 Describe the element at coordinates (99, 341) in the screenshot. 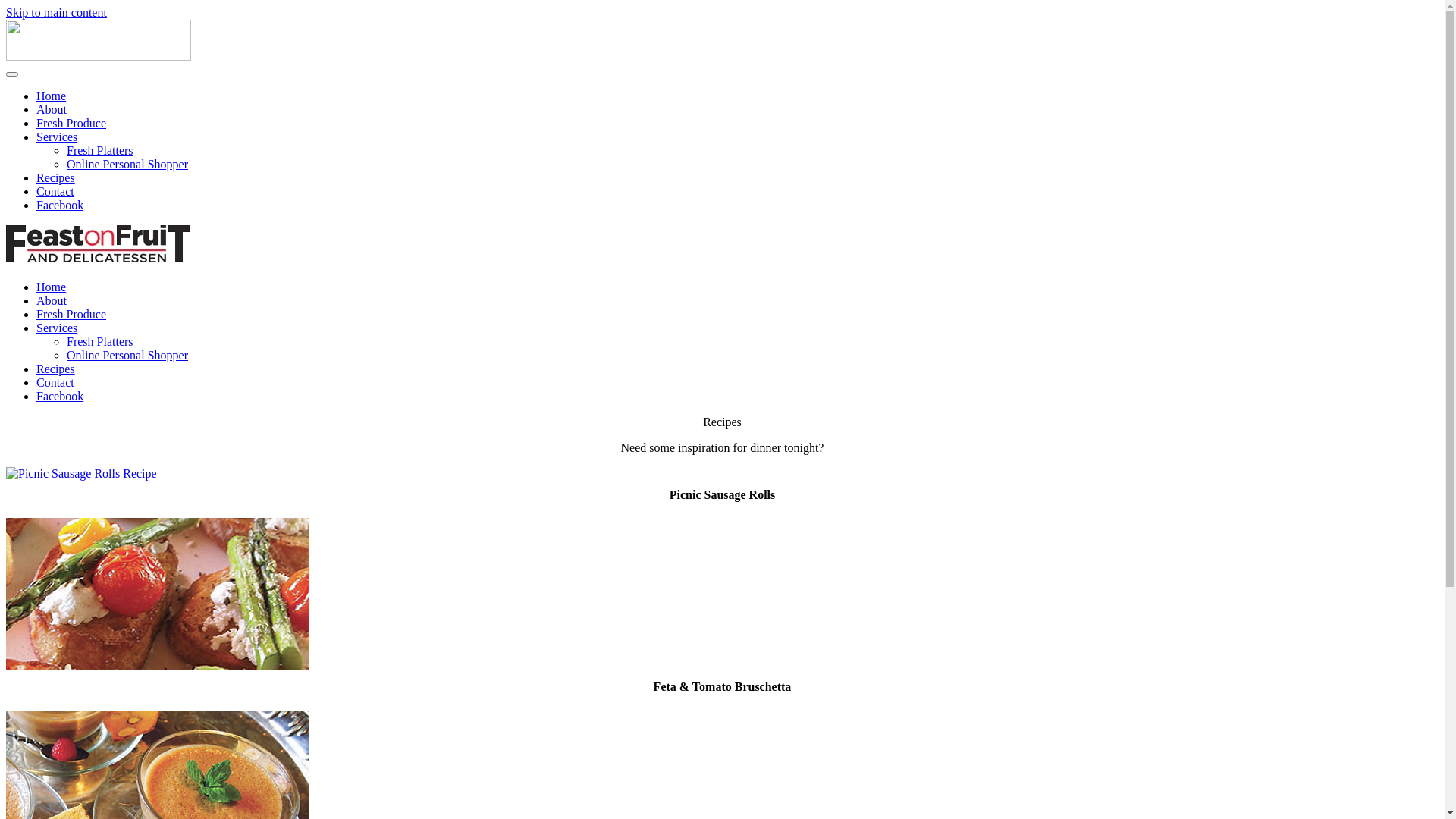

I see `'Fresh Platters'` at that location.